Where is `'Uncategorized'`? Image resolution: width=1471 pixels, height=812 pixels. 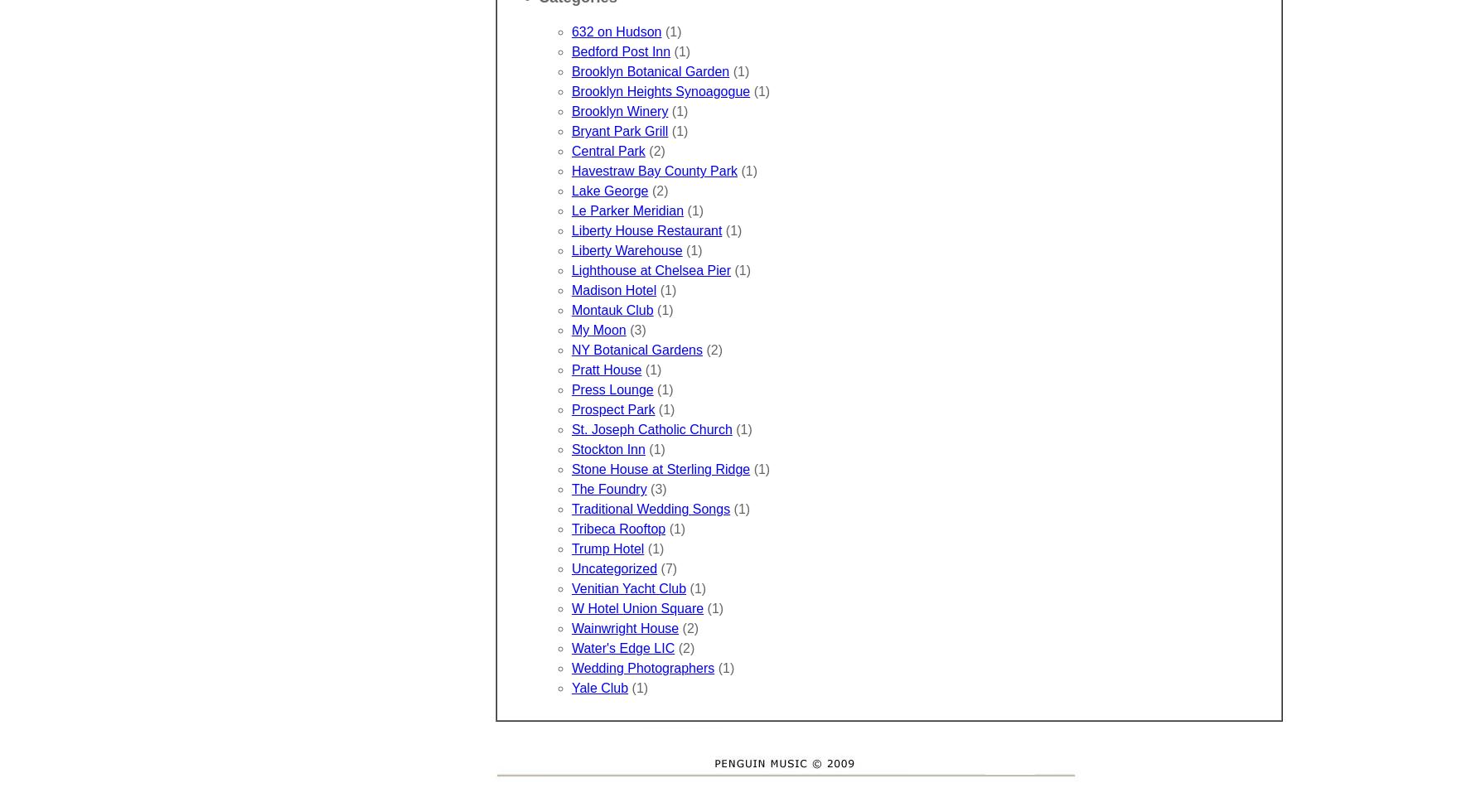 'Uncategorized' is located at coordinates (614, 568).